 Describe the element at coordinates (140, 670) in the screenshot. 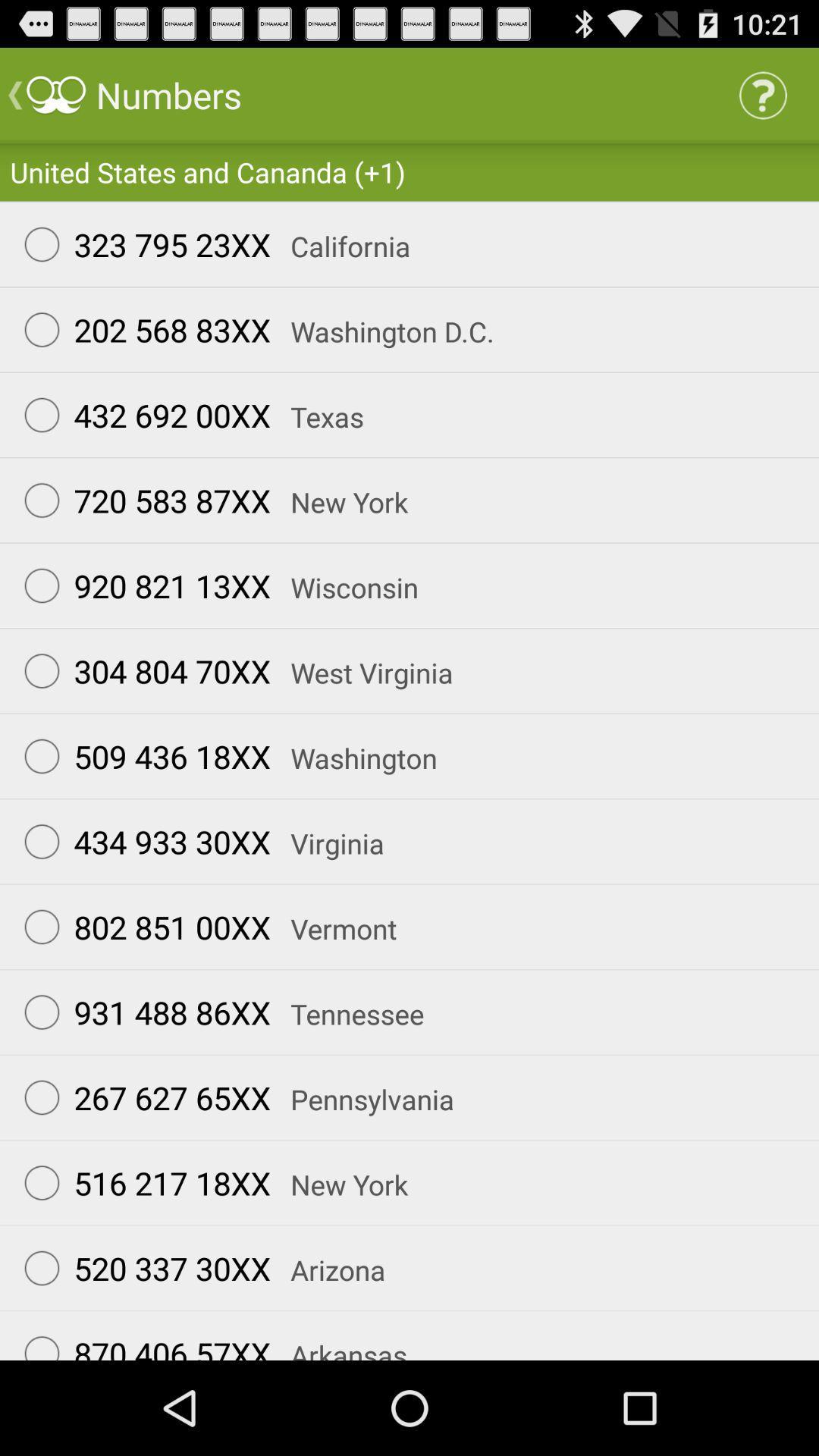

I see `radio button below 920 821 13xx icon` at that location.